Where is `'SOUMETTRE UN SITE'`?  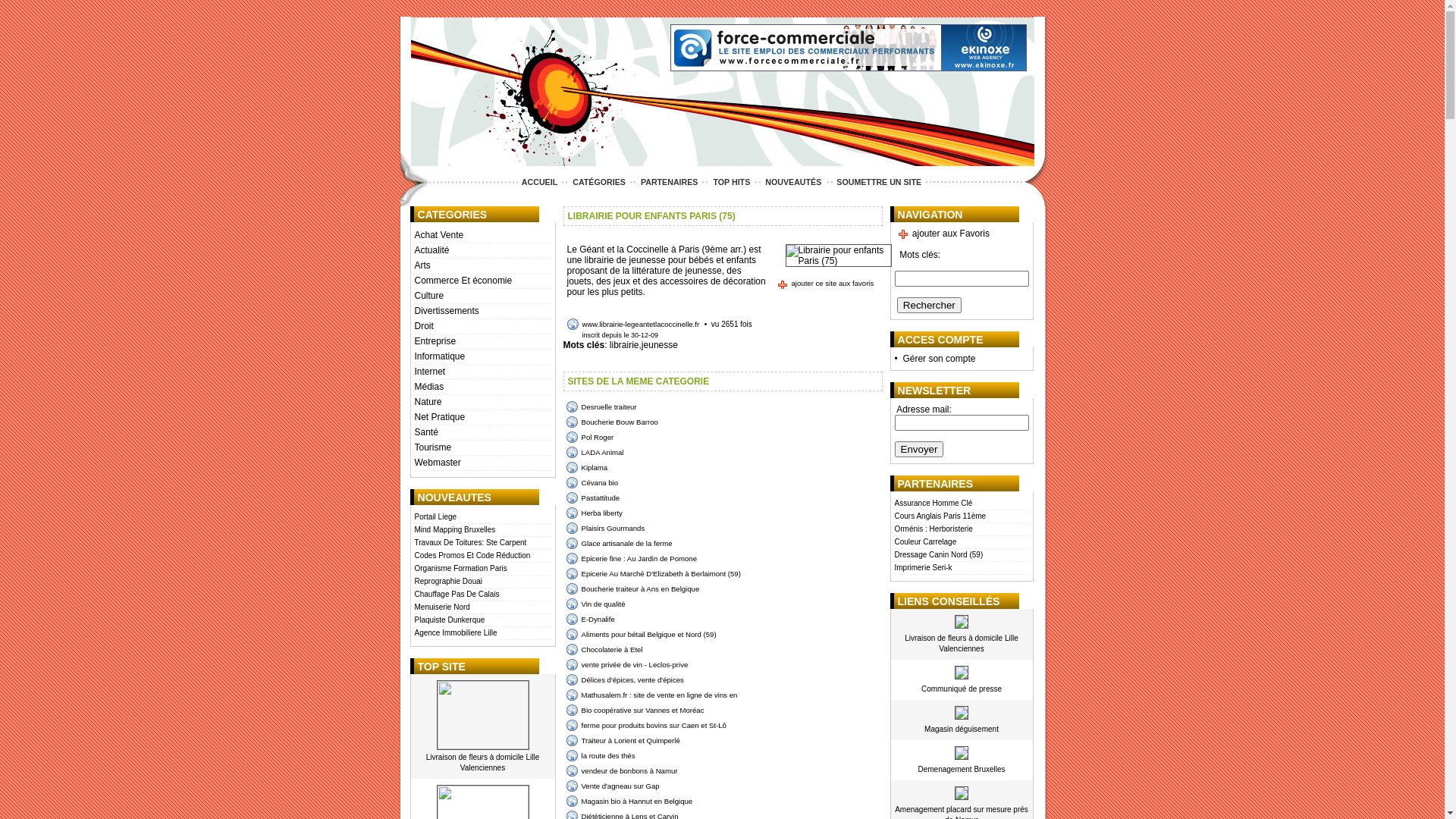
'SOUMETTRE UN SITE' is located at coordinates (878, 180).